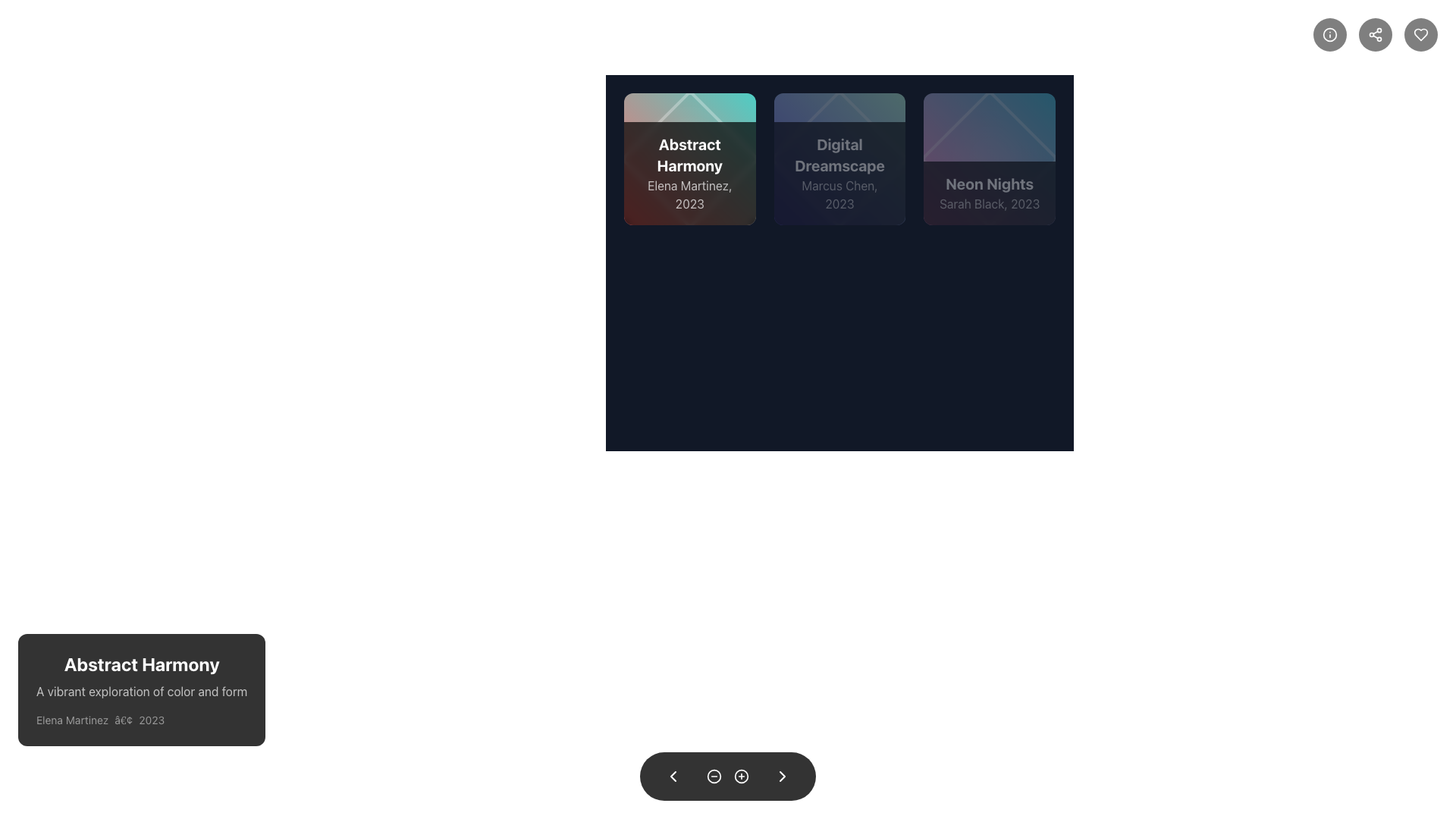 This screenshot has width=1456, height=819. What do you see at coordinates (142, 663) in the screenshot?
I see `the bold text label that reads 'Abstract Harmony', which is prominently displayed at the top of an informative card in white font against a dark background` at bounding box center [142, 663].